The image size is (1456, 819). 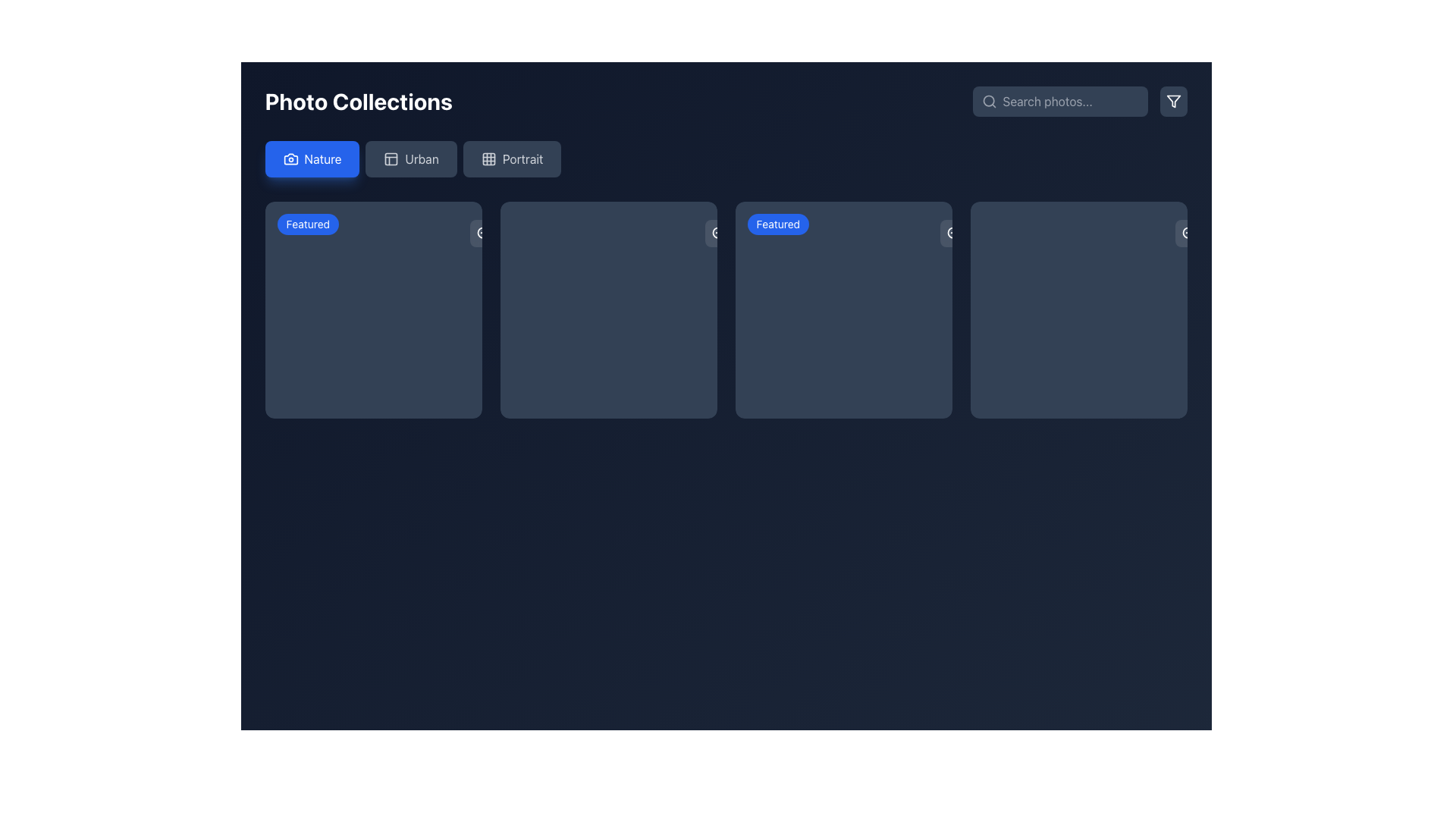 What do you see at coordinates (1172, 102) in the screenshot?
I see `the filter button located in the top-right corner of the interface` at bounding box center [1172, 102].